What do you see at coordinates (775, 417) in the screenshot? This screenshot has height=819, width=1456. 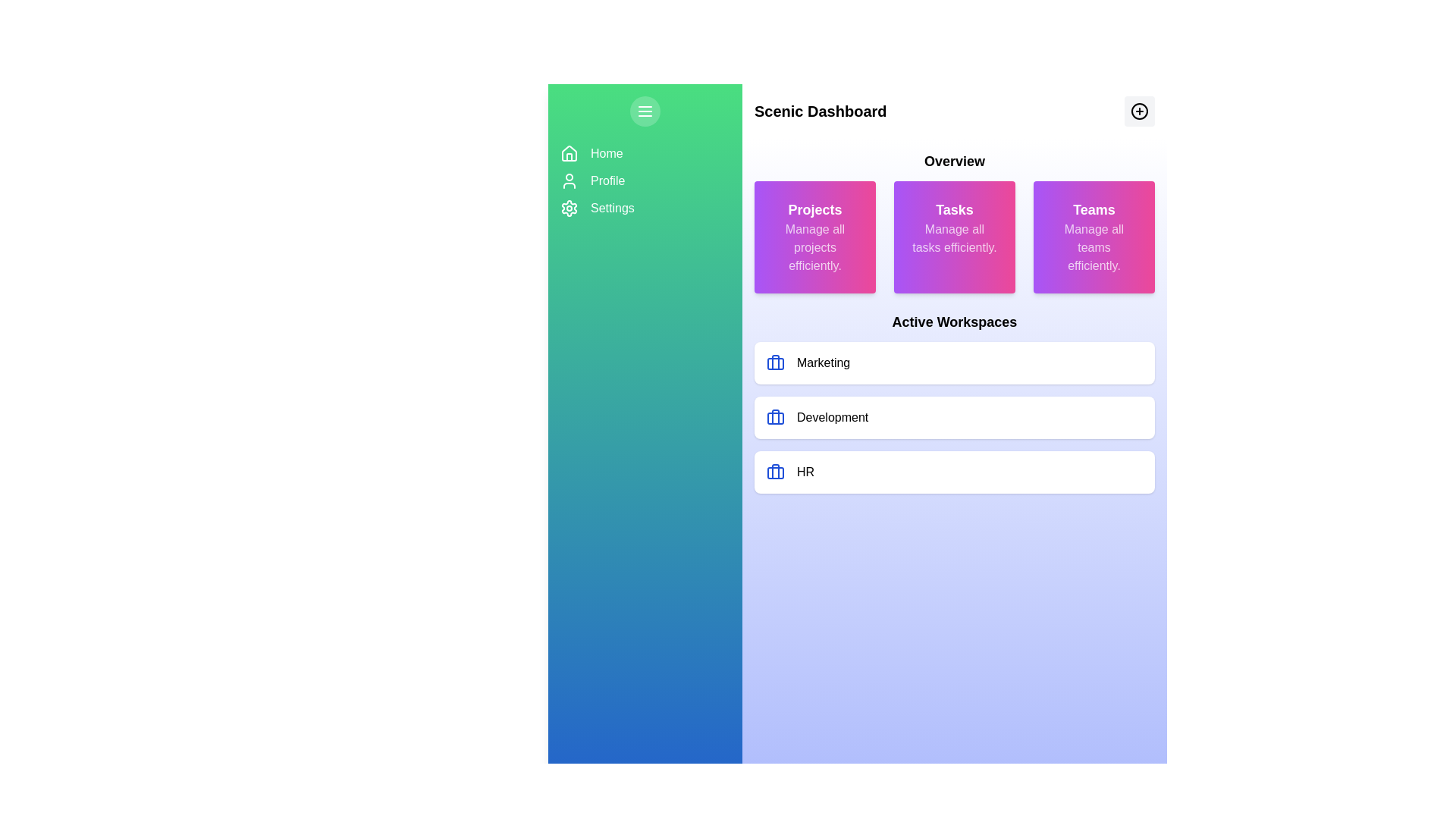 I see `the briefcase icon located under the 'Overview' section in the 'Development' workspace` at bounding box center [775, 417].